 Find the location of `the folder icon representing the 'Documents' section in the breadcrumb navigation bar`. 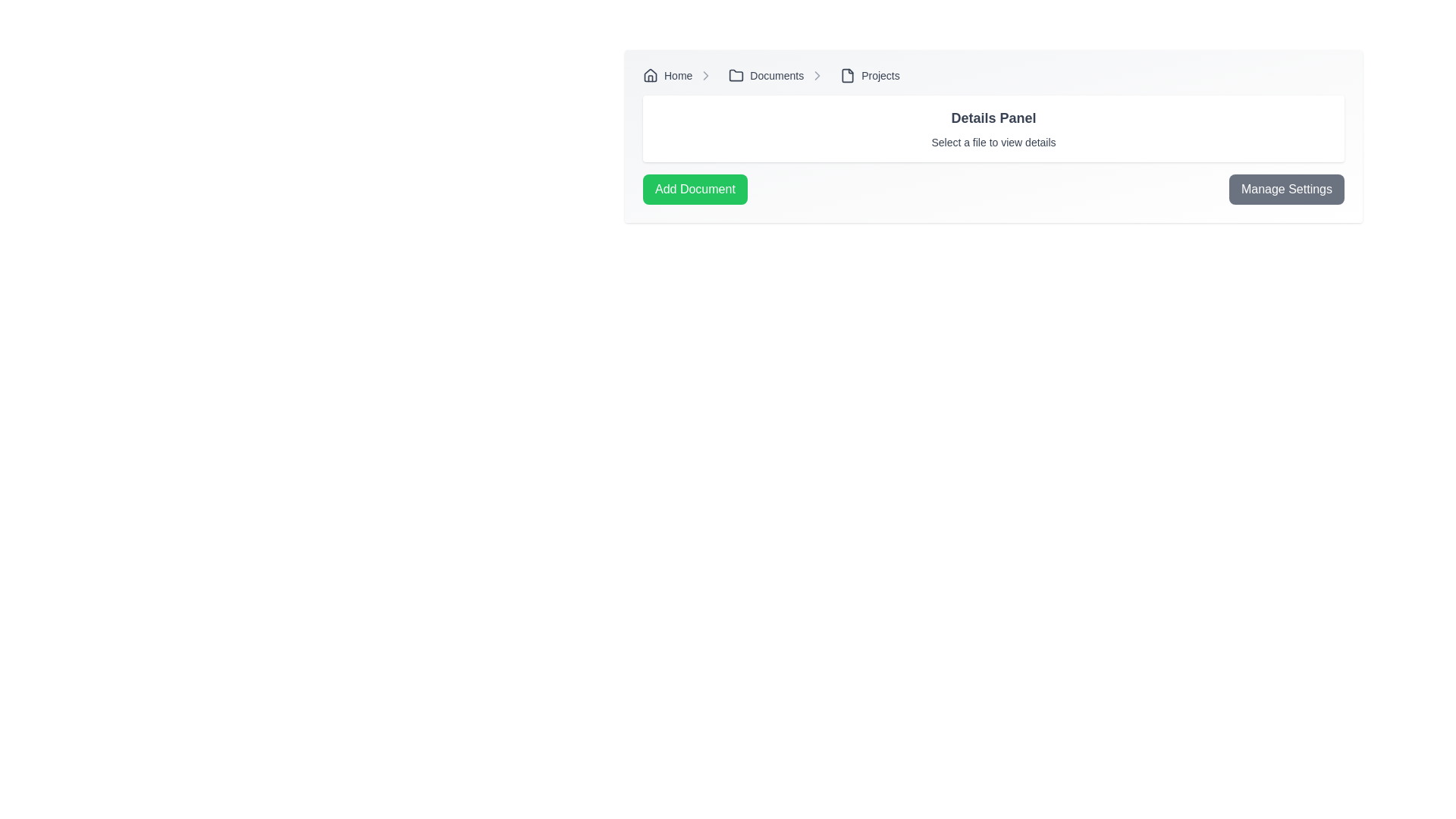

the folder icon representing the 'Documents' section in the breadcrumb navigation bar is located at coordinates (736, 75).